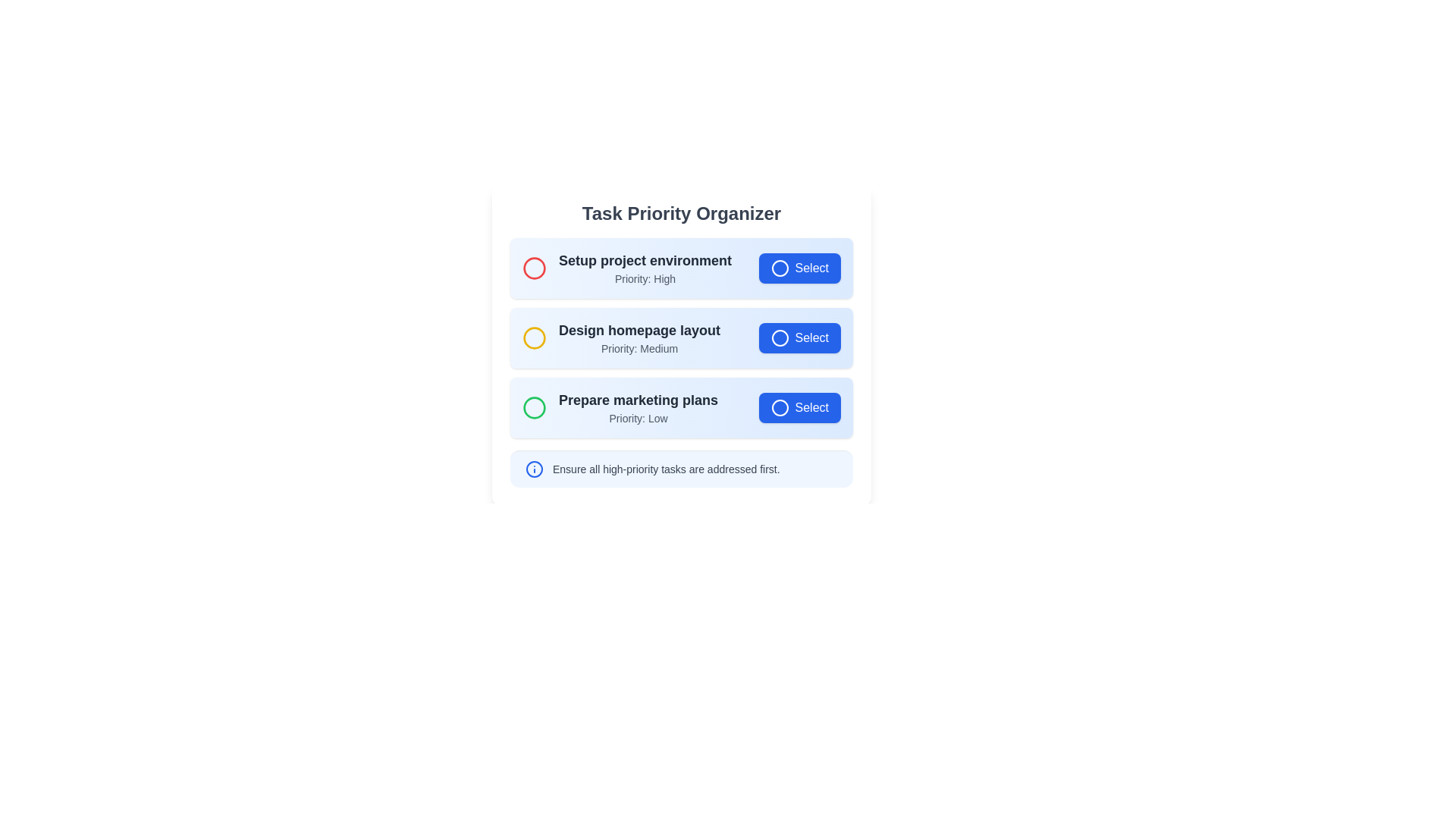 The image size is (1456, 819). Describe the element at coordinates (621, 337) in the screenshot. I see `the second task information display with a rounded yellow icon and the text 'Design homepage layout' followed by 'Priority: Medium'` at that location.